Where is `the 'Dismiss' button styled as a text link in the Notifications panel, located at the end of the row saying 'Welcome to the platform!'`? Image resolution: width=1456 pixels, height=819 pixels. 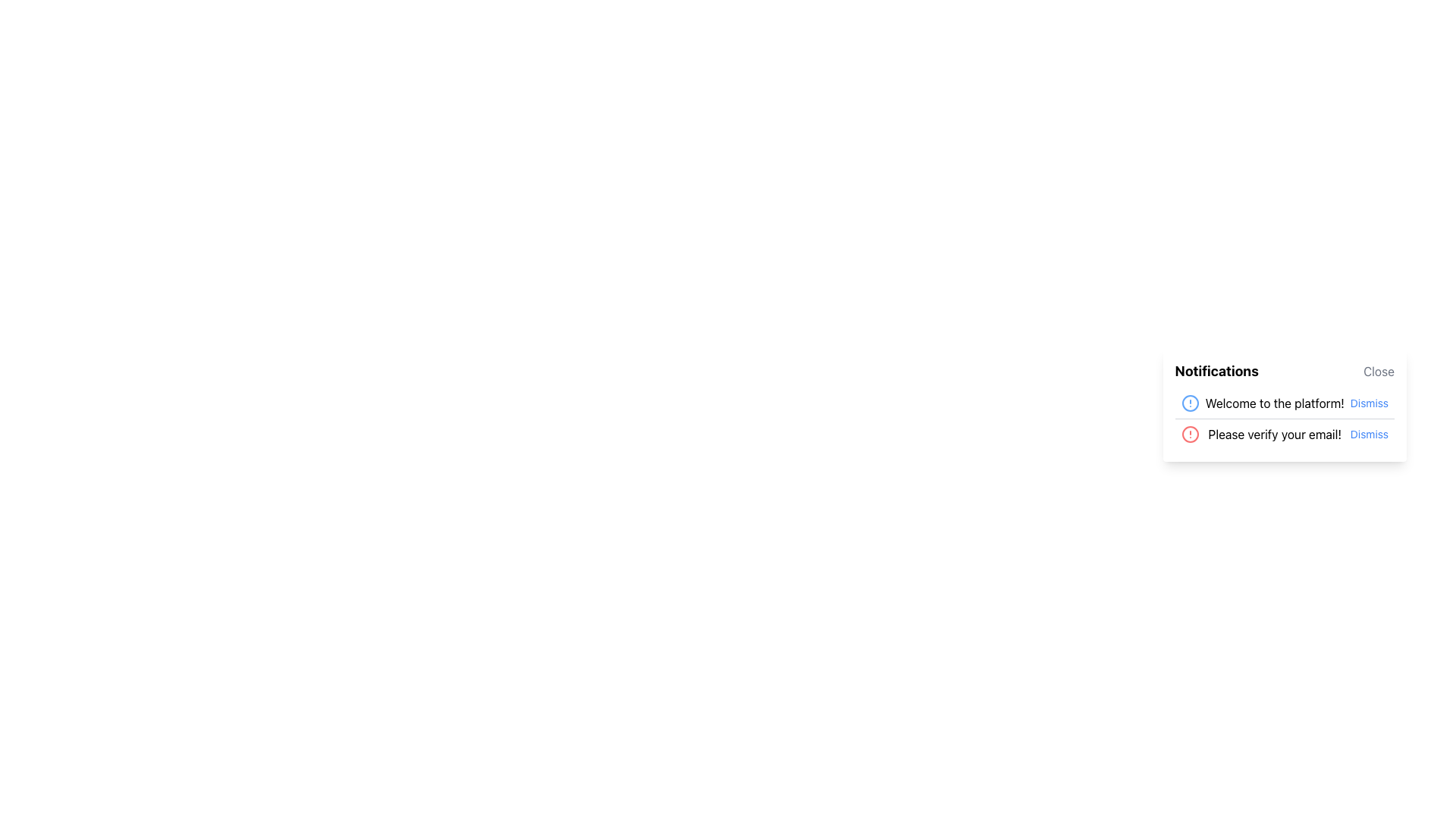
the 'Dismiss' button styled as a text link in the Notifications panel, located at the end of the row saying 'Welcome to the platform!' is located at coordinates (1369, 403).